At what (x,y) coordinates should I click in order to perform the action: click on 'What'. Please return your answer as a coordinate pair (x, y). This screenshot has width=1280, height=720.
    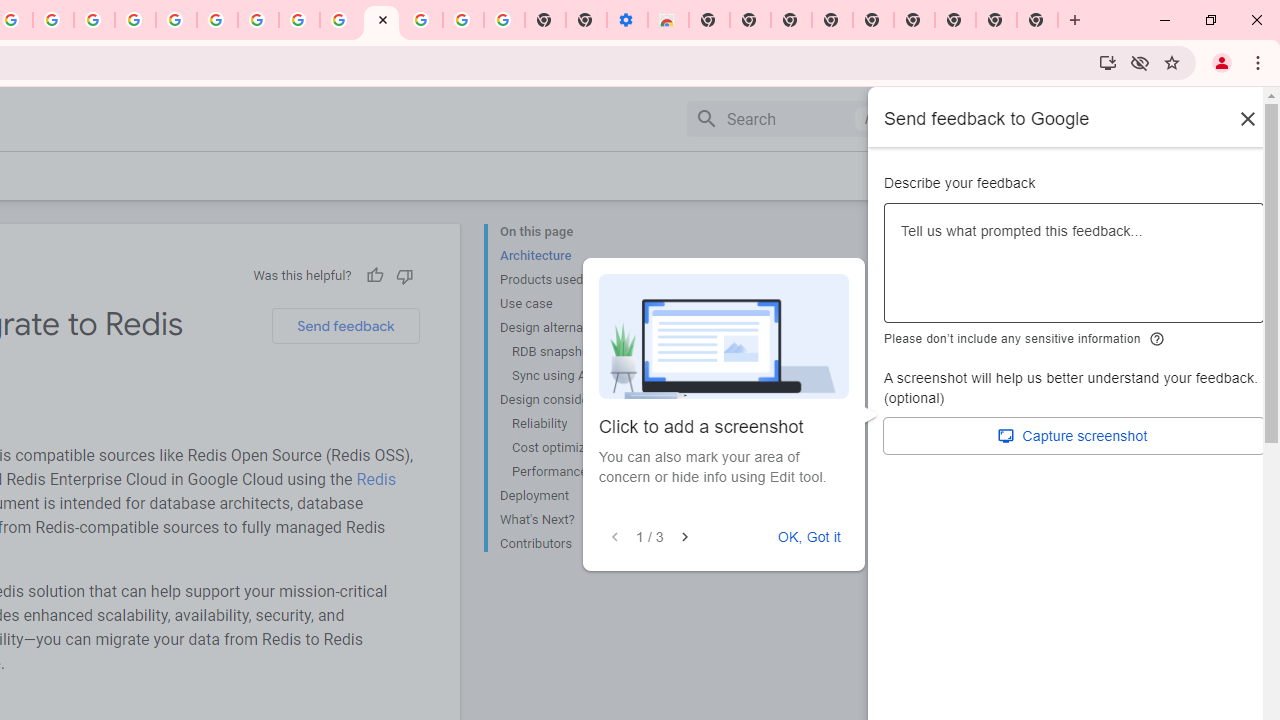
    Looking at the image, I should click on (579, 519).